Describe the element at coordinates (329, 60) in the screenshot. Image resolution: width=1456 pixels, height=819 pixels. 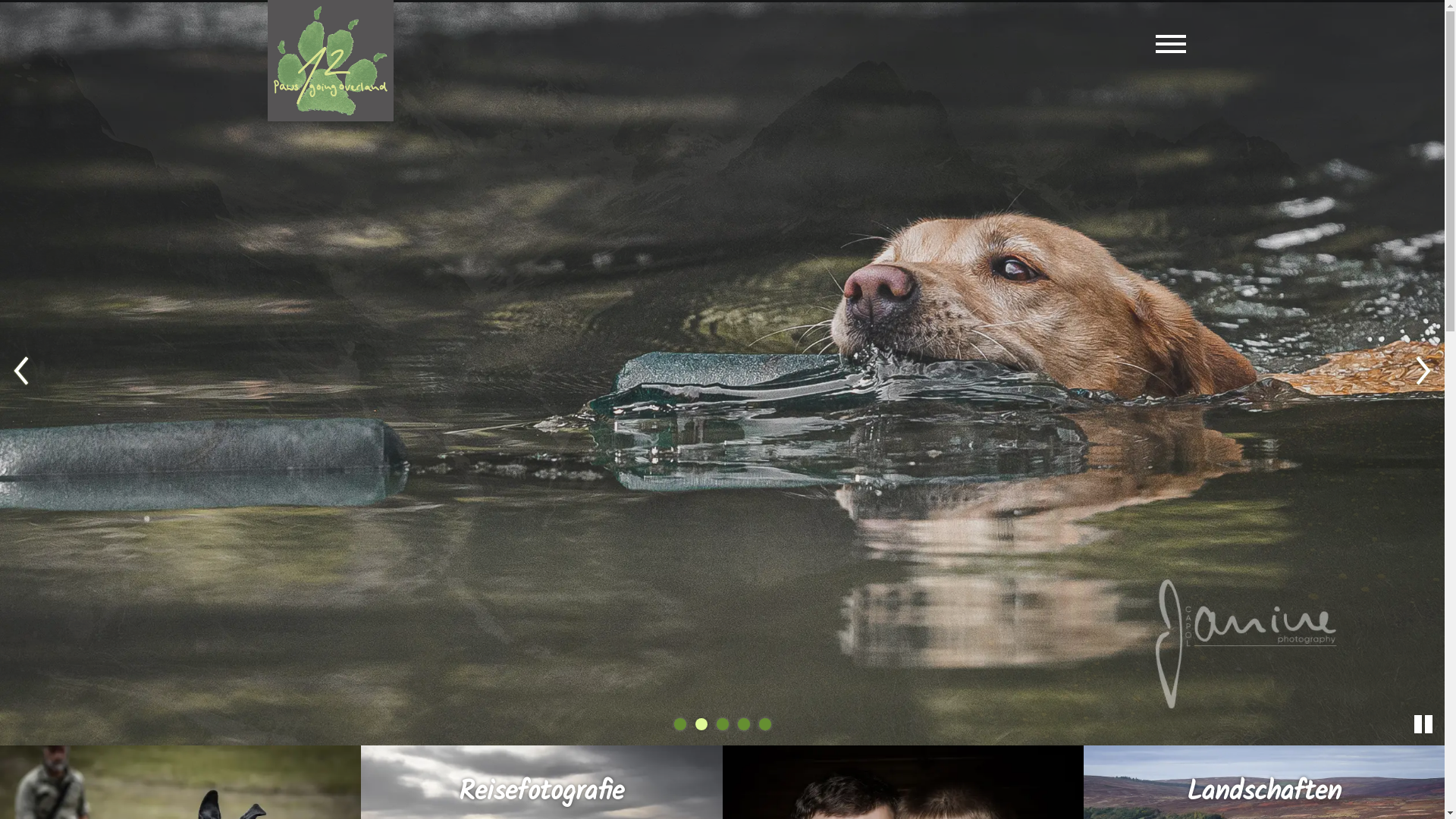
I see `'Zur Startseite'` at that location.